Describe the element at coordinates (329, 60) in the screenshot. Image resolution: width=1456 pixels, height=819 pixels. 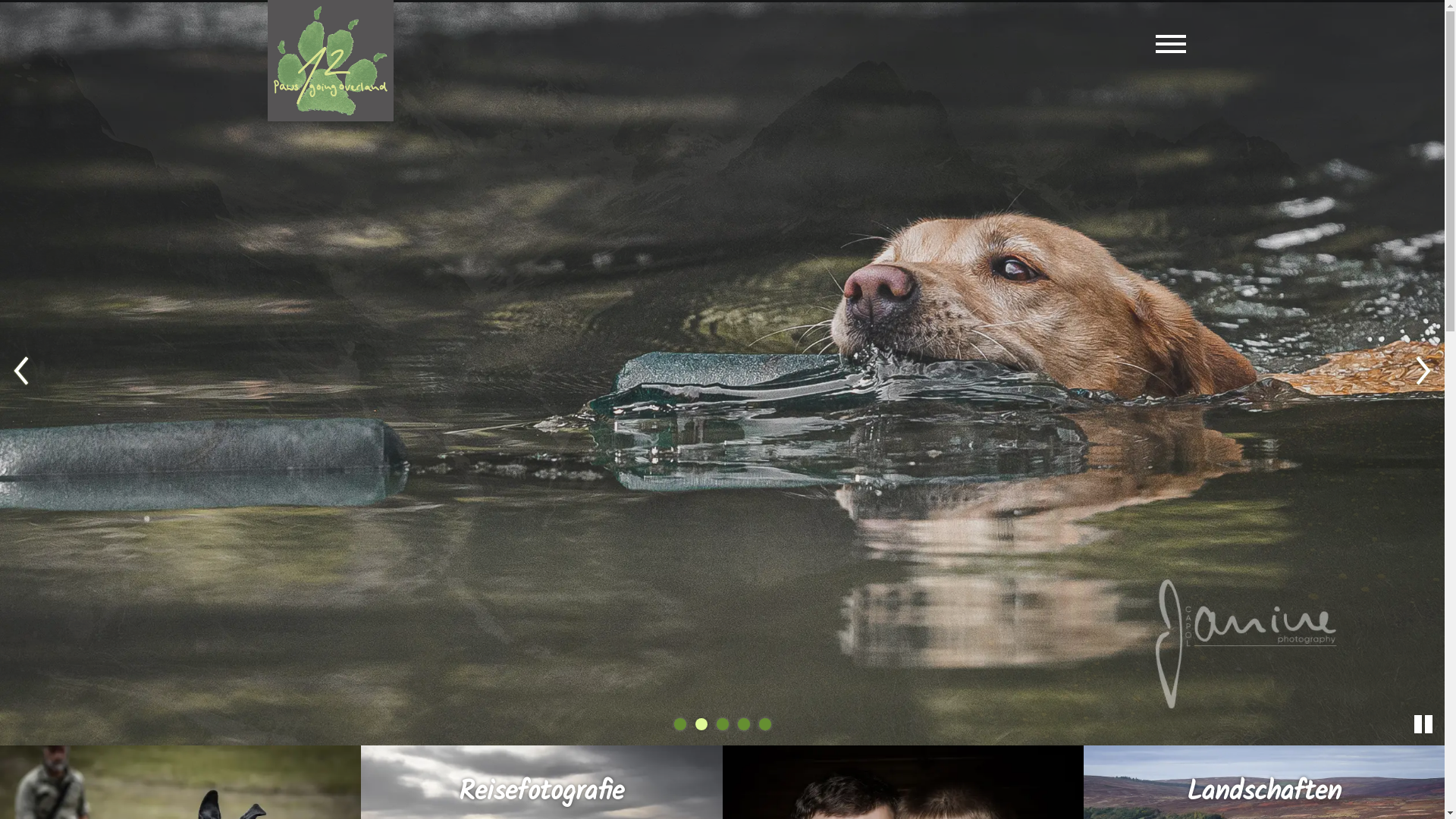
I see `'Zur Startseite'` at that location.